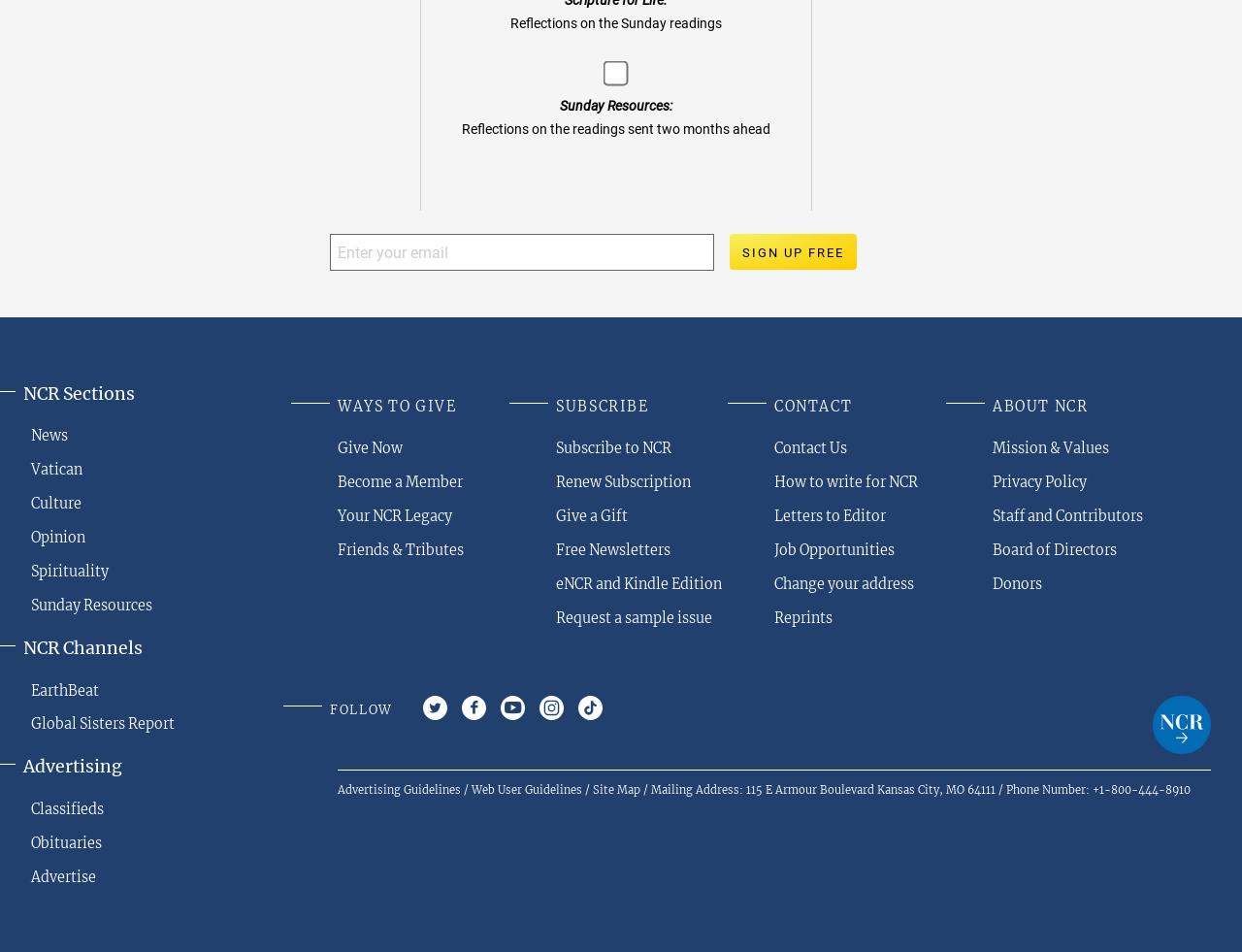 The image size is (1242, 952). Describe the element at coordinates (55, 504) in the screenshot. I see `'Culture'` at that location.